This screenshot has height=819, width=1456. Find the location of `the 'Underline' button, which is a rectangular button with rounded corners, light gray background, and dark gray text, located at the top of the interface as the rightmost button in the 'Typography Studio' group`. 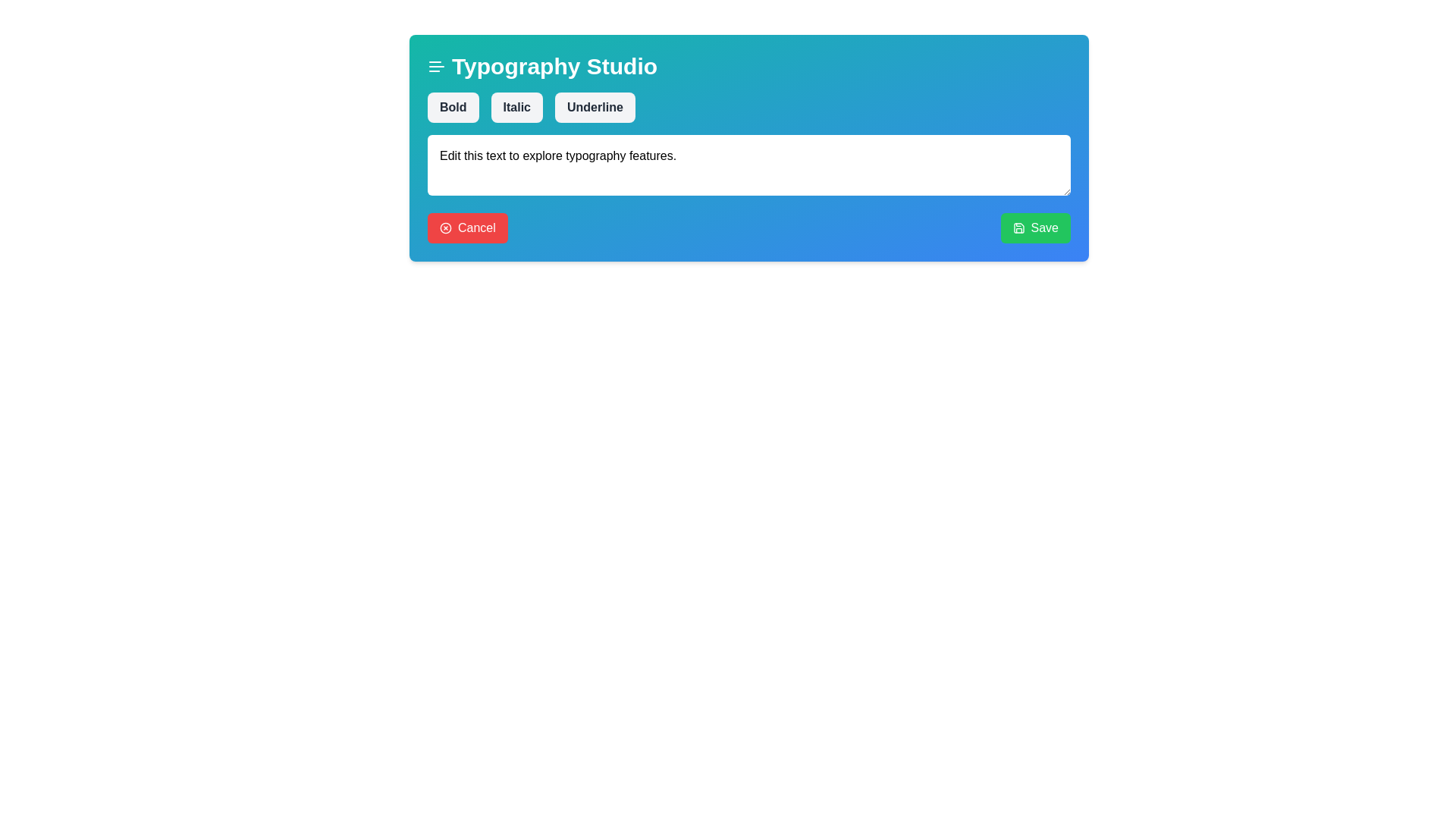

the 'Underline' button, which is a rectangular button with rounded corners, light gray background, and dark gray text, located at the top of the interface as the rightmost button in the 'Typography Studio' group is located at coordinates (594, 107).